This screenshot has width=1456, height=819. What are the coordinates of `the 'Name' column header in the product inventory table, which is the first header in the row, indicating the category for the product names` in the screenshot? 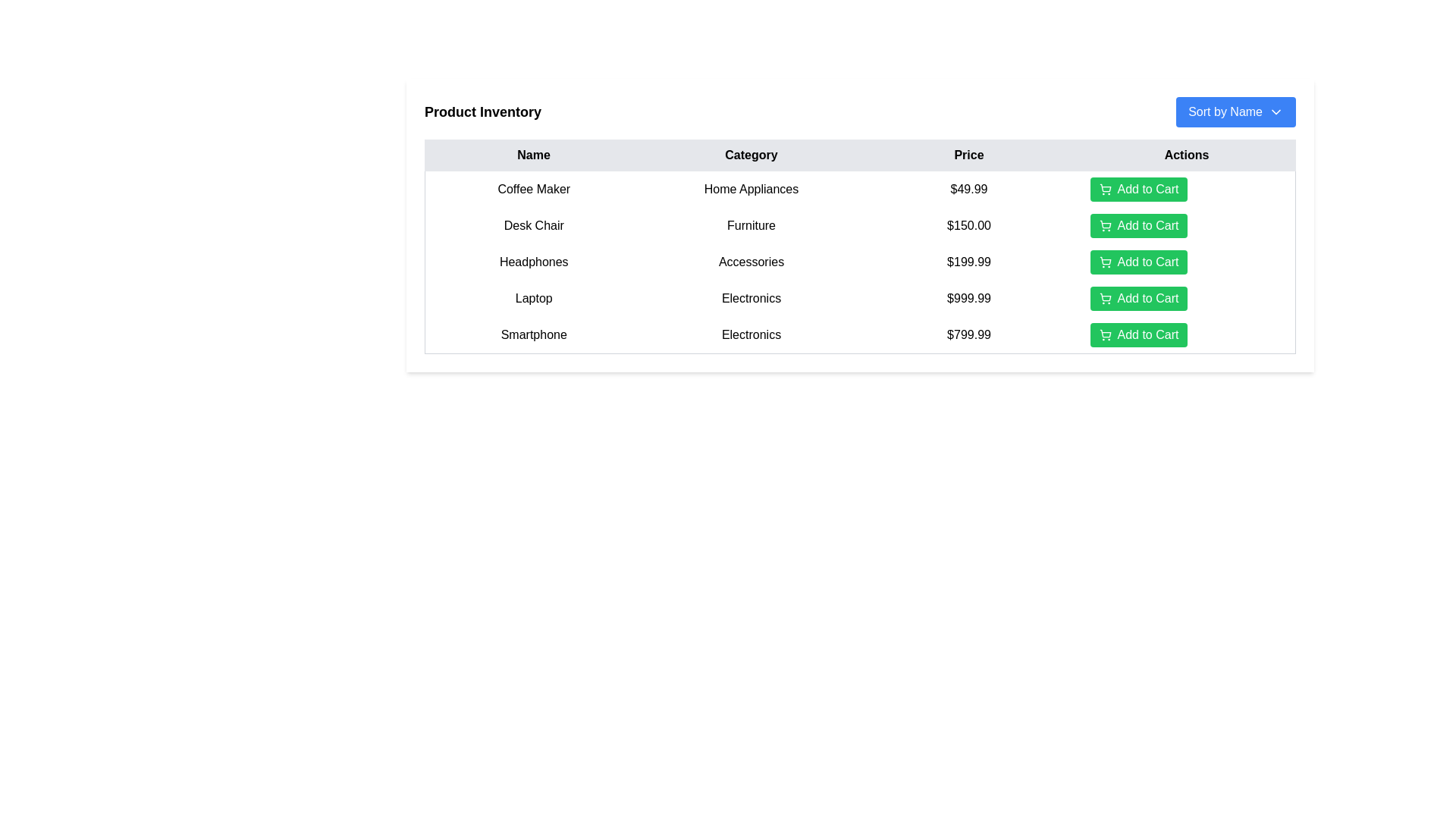 It's located at (534, 155).